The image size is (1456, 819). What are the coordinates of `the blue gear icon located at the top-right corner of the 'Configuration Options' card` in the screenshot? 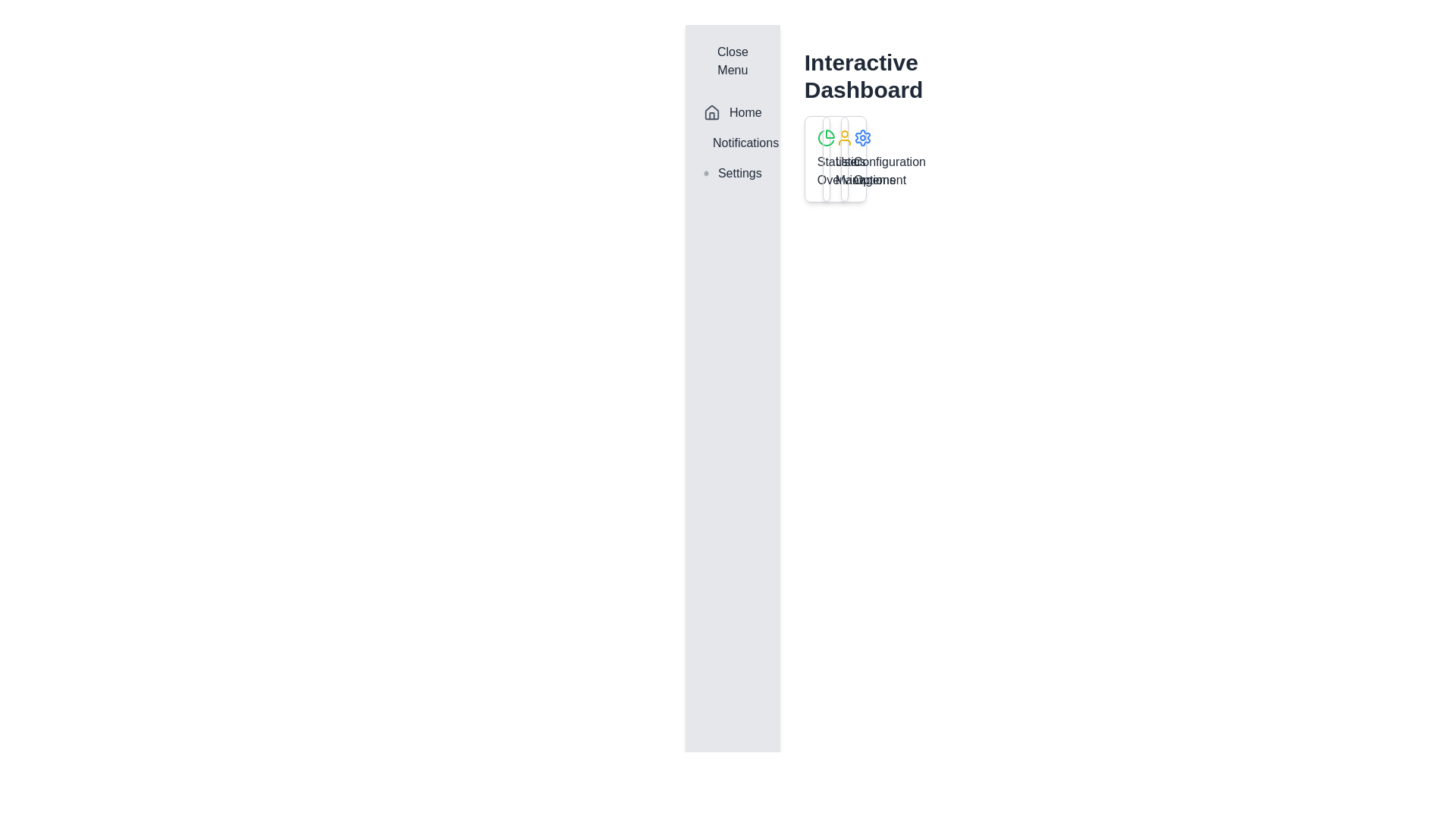 It's located at (862, 137).